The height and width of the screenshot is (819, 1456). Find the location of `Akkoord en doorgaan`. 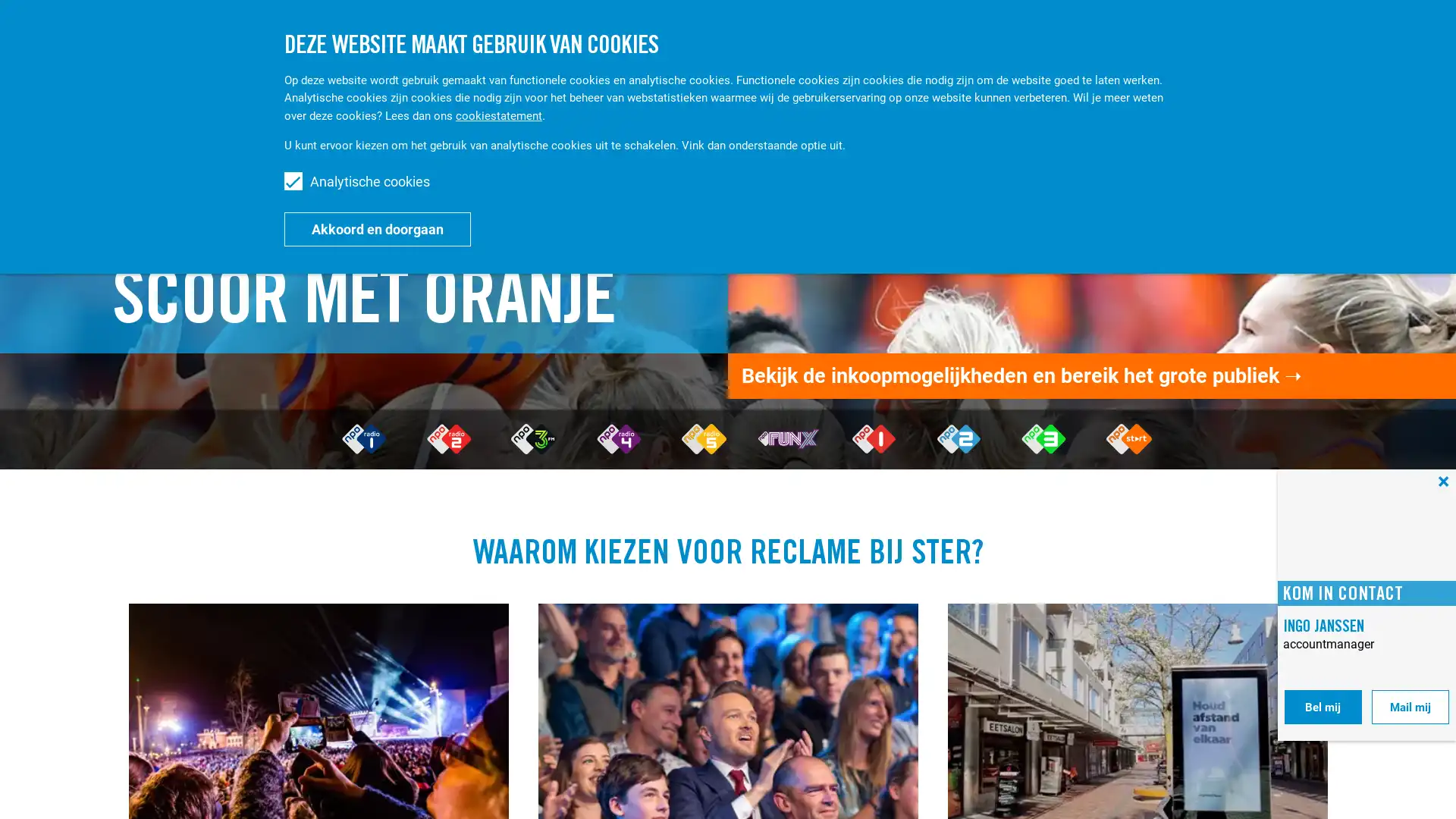

Akkoord en doorgaan is located at coordinates (378, 228).